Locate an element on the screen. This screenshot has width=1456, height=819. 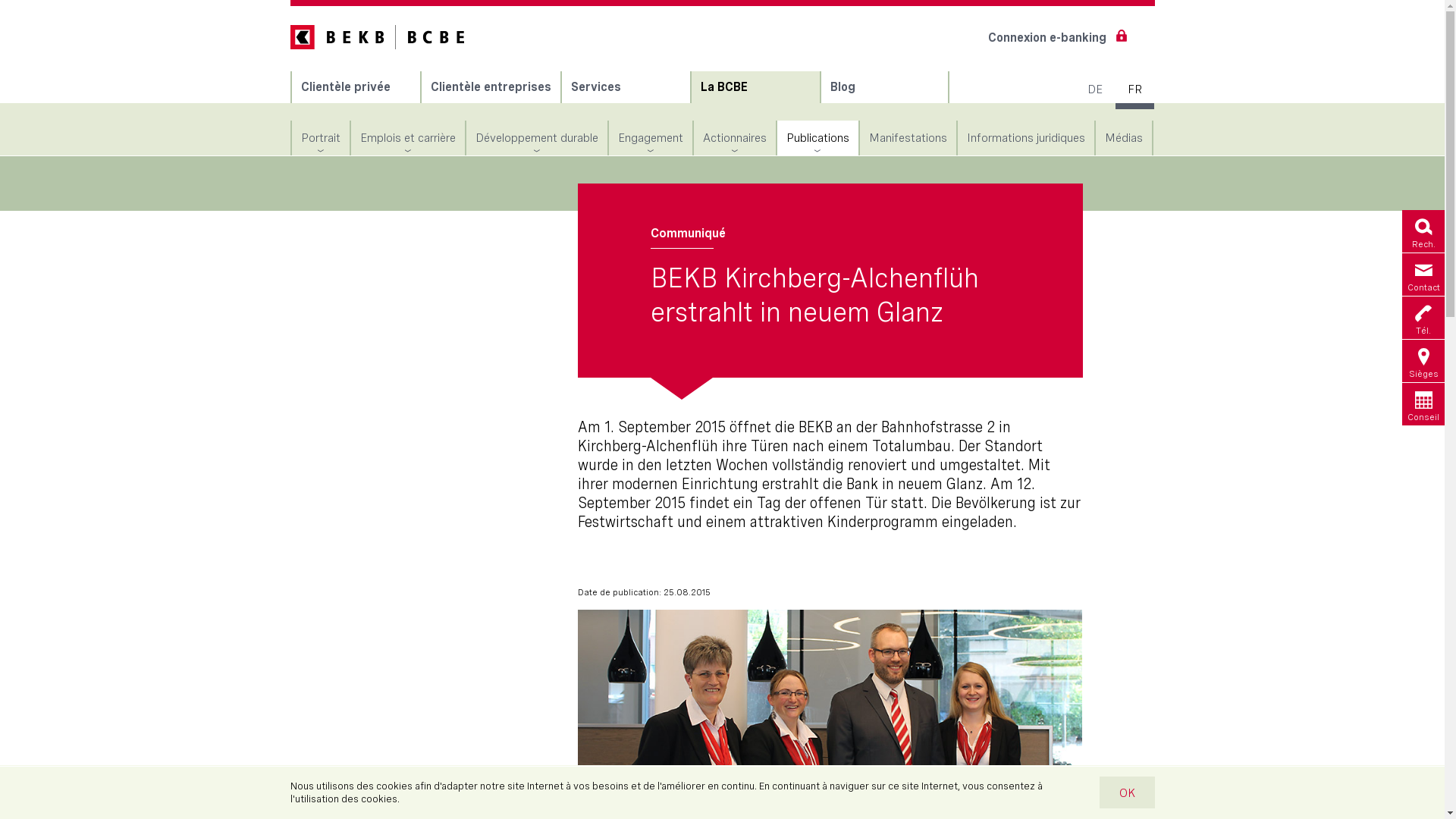
'FR' is located at coordinates (1133, 89).